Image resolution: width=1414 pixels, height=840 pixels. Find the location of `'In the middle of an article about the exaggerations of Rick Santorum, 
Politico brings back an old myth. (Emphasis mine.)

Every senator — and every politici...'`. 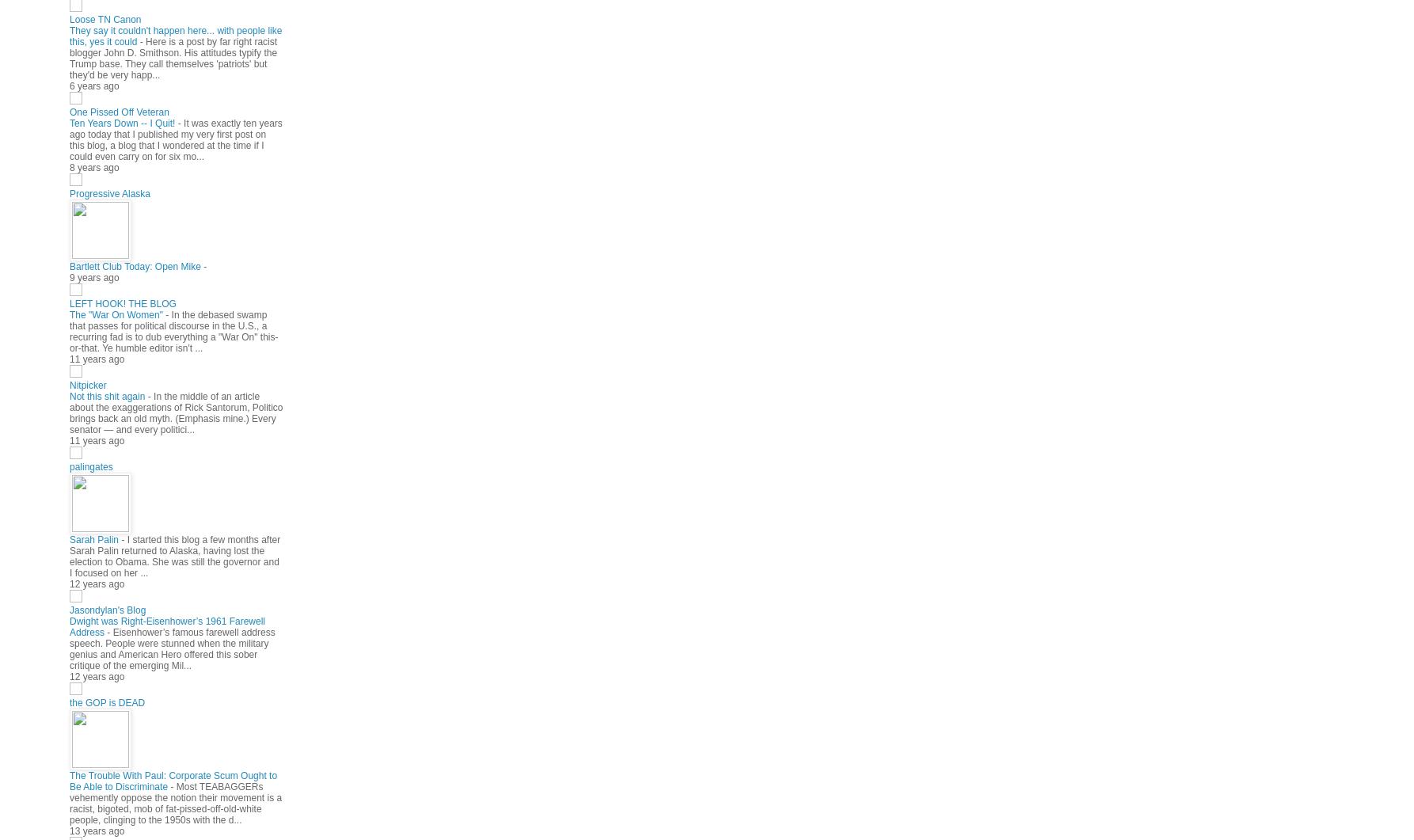

'In the middle of an article about the exaggerations of Rick Santorum, 
Politico brings back an old myth. (Emphasis mine.)

Every senator — and every politici...' is located at coordinates (175, 412).